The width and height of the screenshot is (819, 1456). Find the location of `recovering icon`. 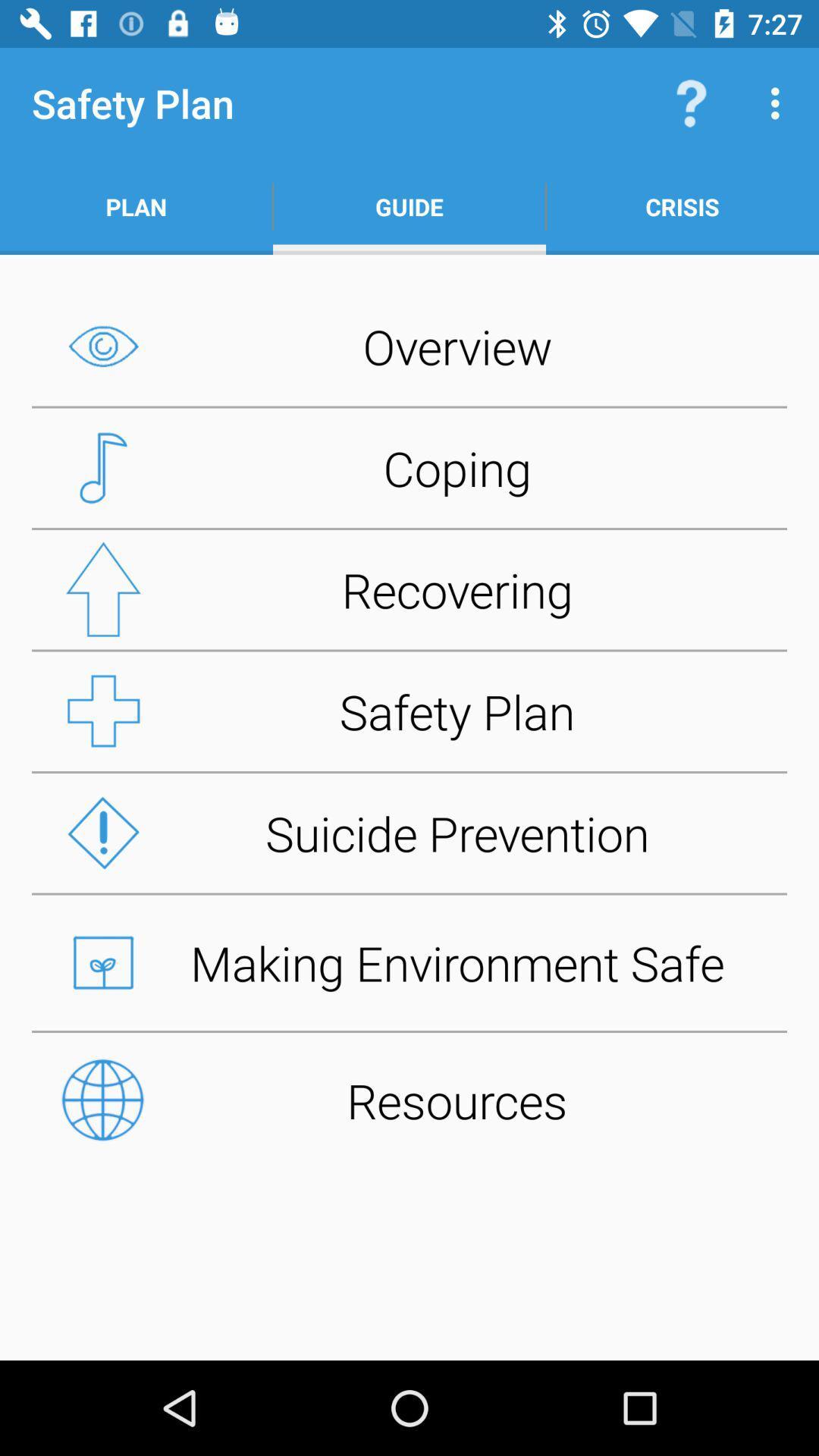

recovering icon is located at coordinates (409, 588).